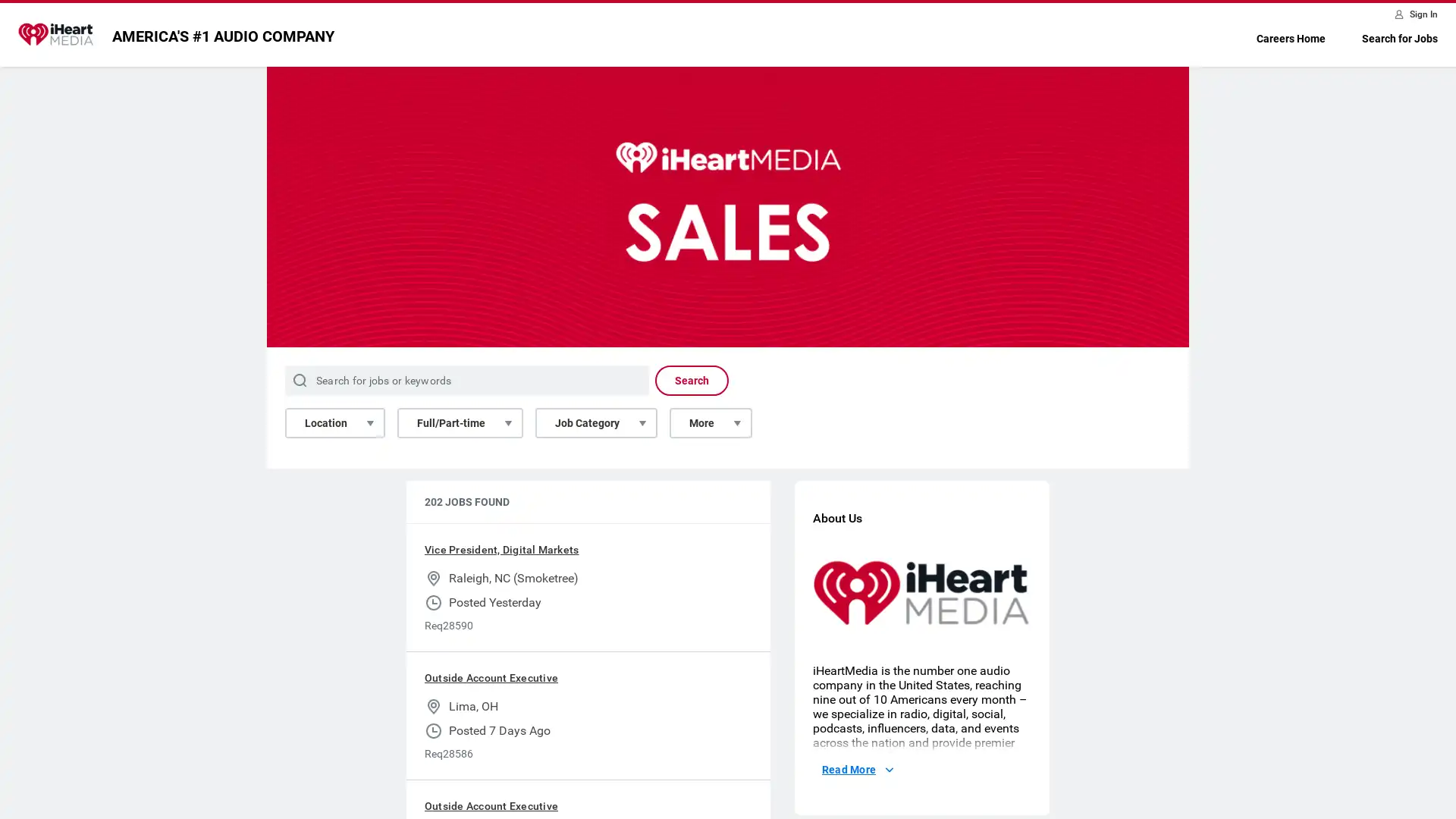  Describe the element at coordinates (459, 423) in the screenshot. I see `Full/Part-time` at that location.